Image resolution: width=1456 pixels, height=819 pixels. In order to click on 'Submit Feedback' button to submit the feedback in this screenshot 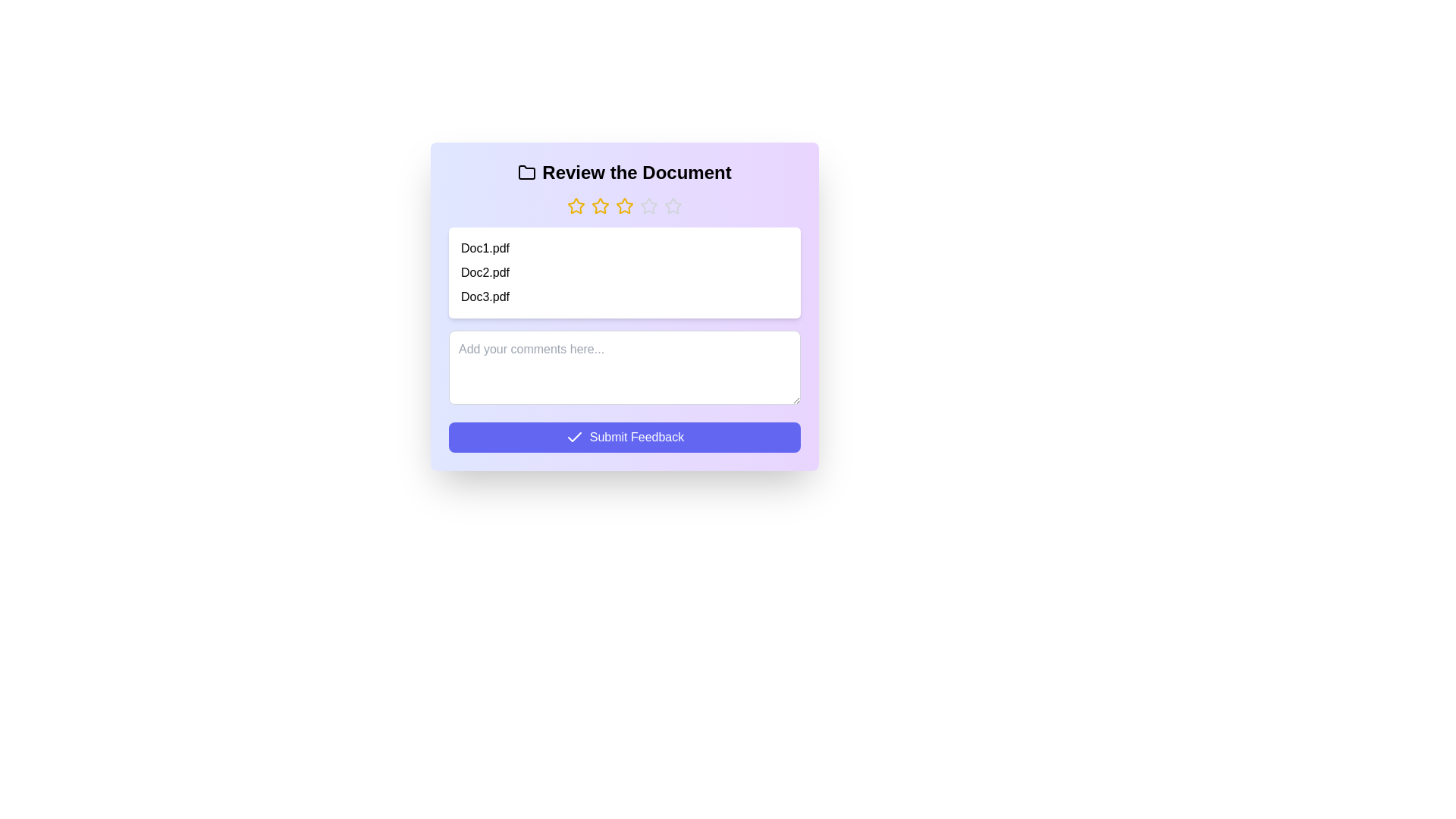, I will do `click(625, 438)`.